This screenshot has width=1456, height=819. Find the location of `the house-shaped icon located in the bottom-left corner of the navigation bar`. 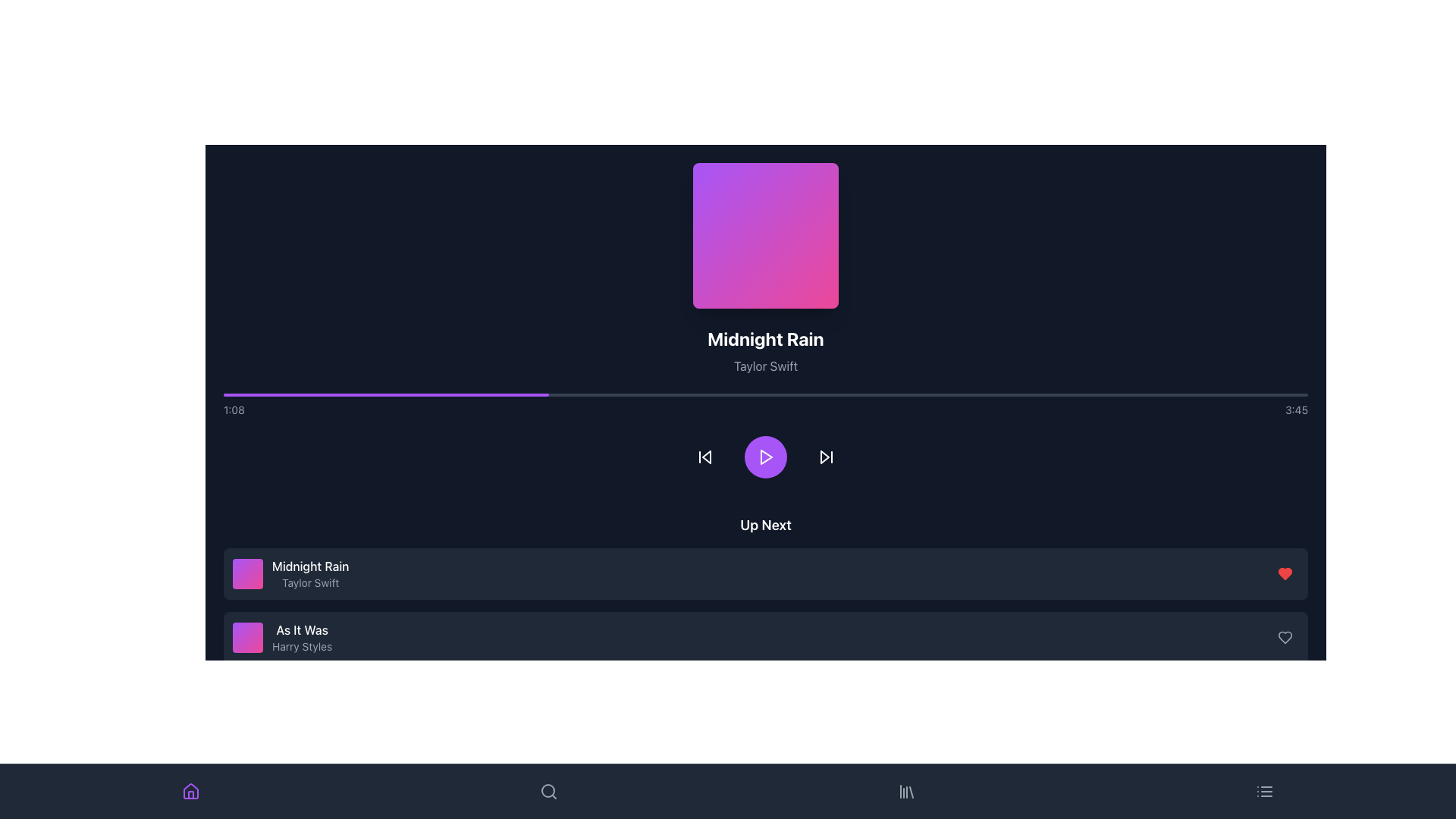

the house-shaped icon located in the bottom-left corner of the navigation bar is located at coordinates (190, 794).